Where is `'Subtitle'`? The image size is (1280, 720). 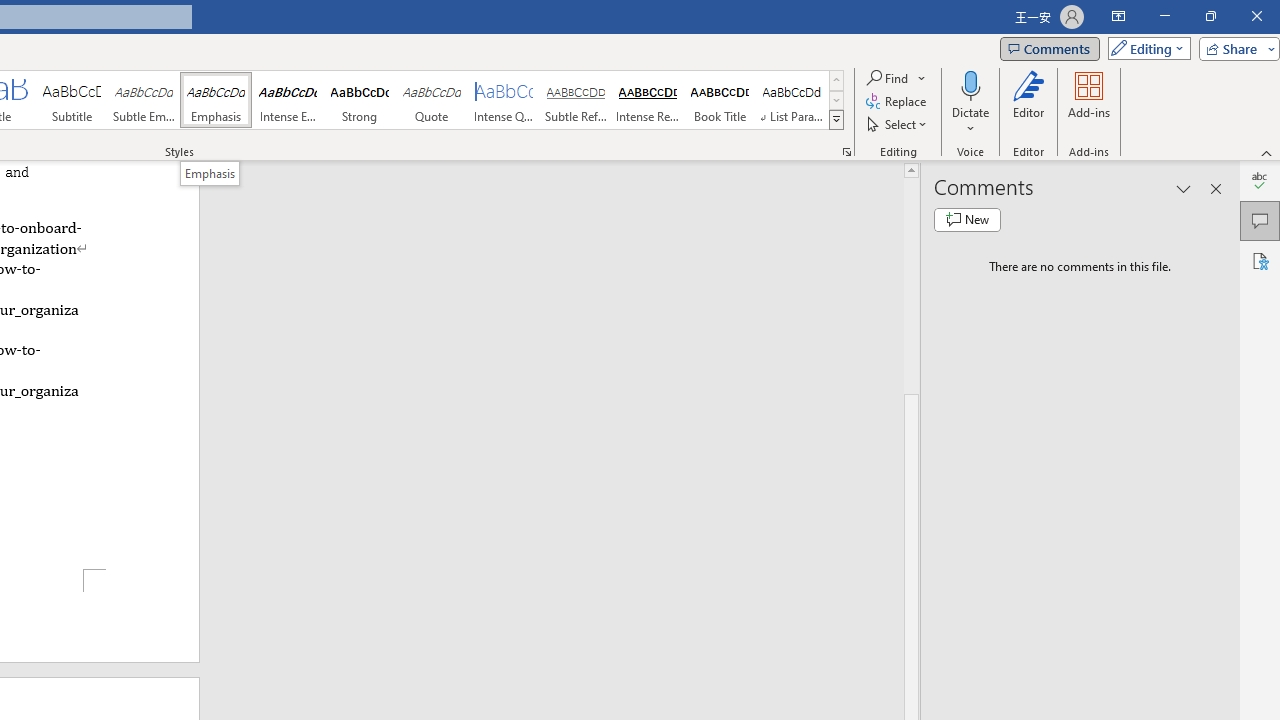
'Subtitle' is located at coordinates (71, 100).